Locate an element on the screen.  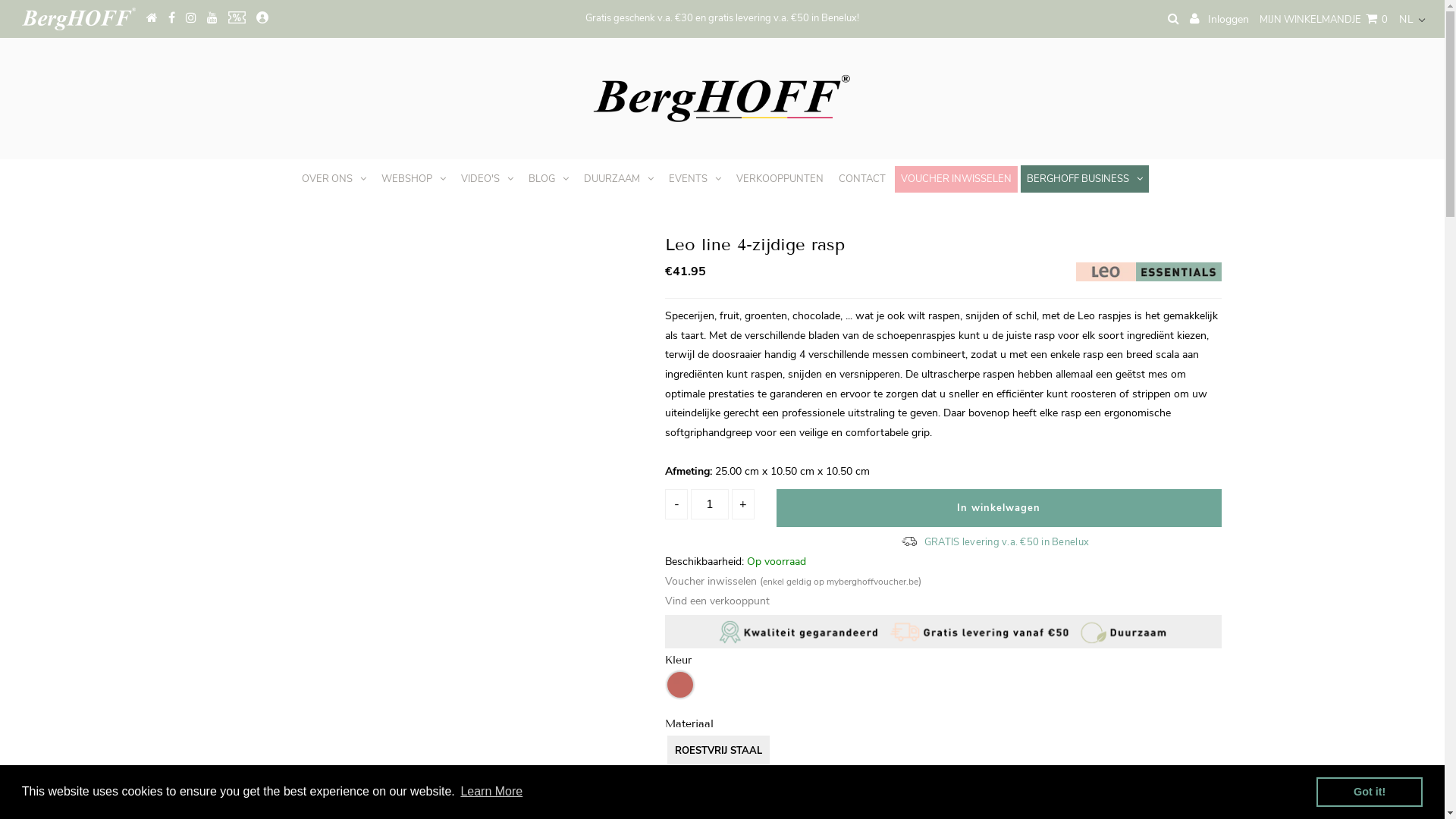
'EVENTS' is located at coordinates (694, 177).